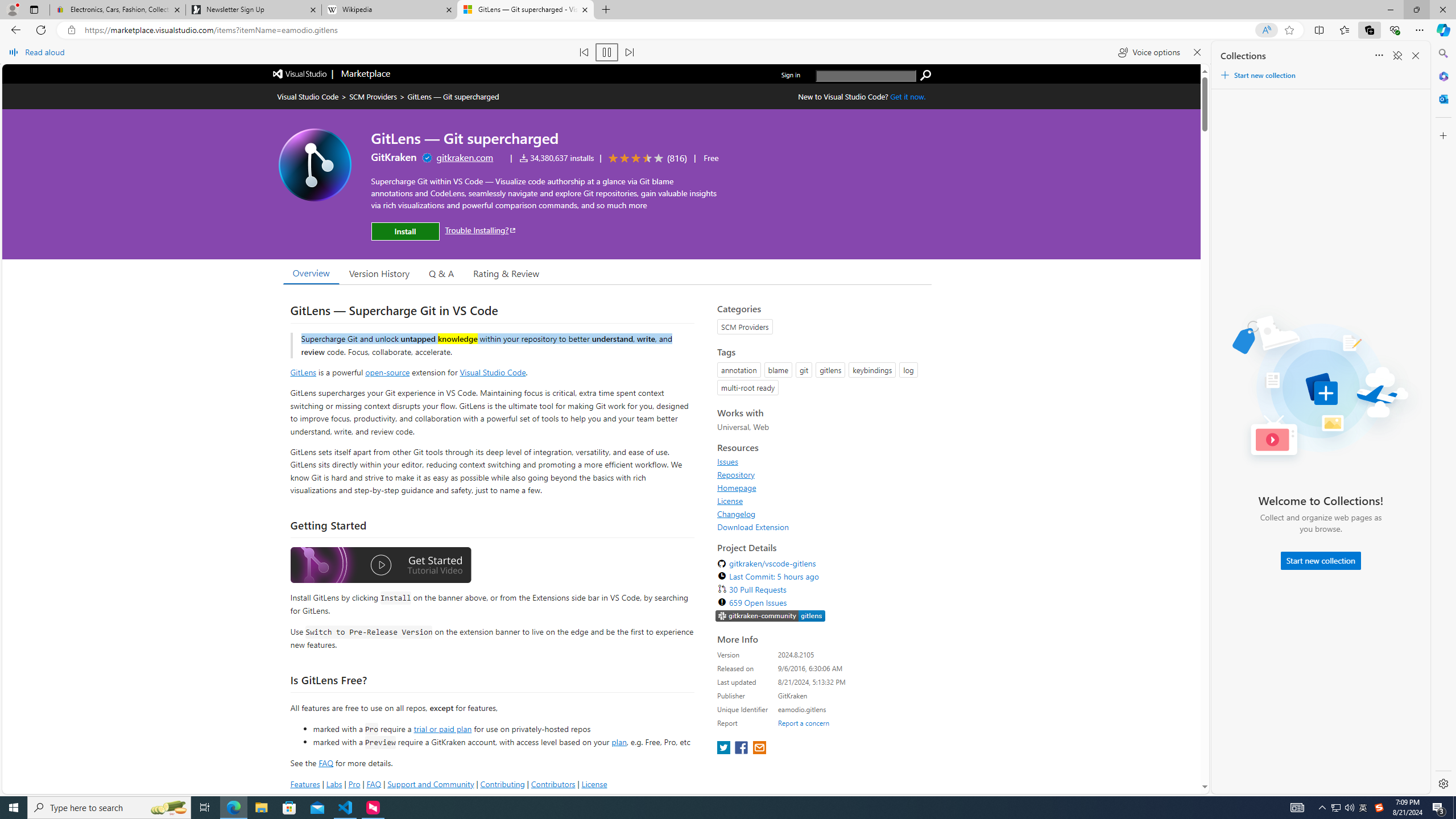 The width and height of the screenshot is (1456, 819). Describe the element at coordinates (730, 500) in the screenshot. I see `'License'` at that location.